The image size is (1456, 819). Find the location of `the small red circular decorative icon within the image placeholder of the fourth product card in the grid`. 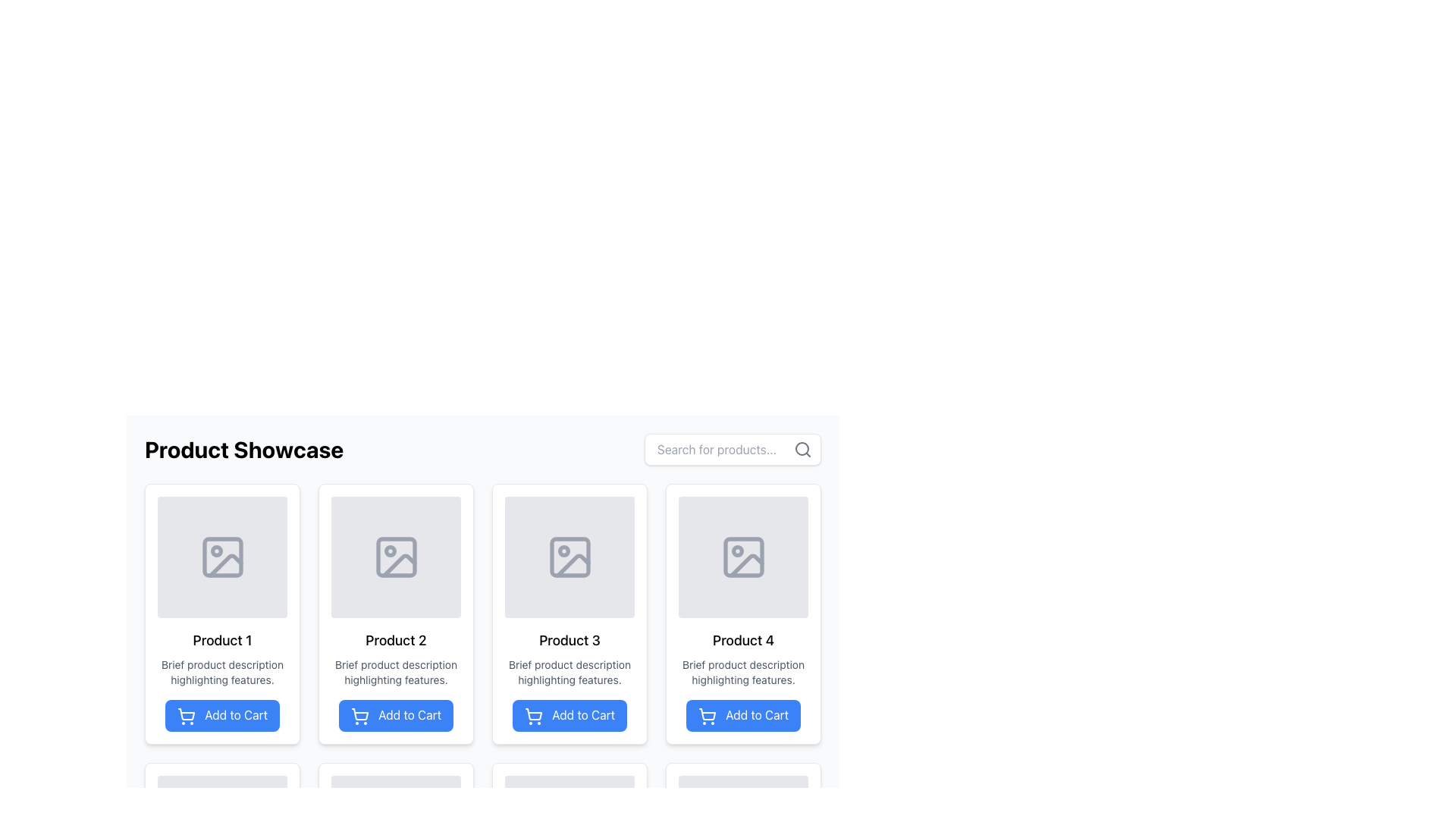

the small red circular decorative icon within the image placeholder of the fourth product card in the grid is located at coordinates (737, 551).